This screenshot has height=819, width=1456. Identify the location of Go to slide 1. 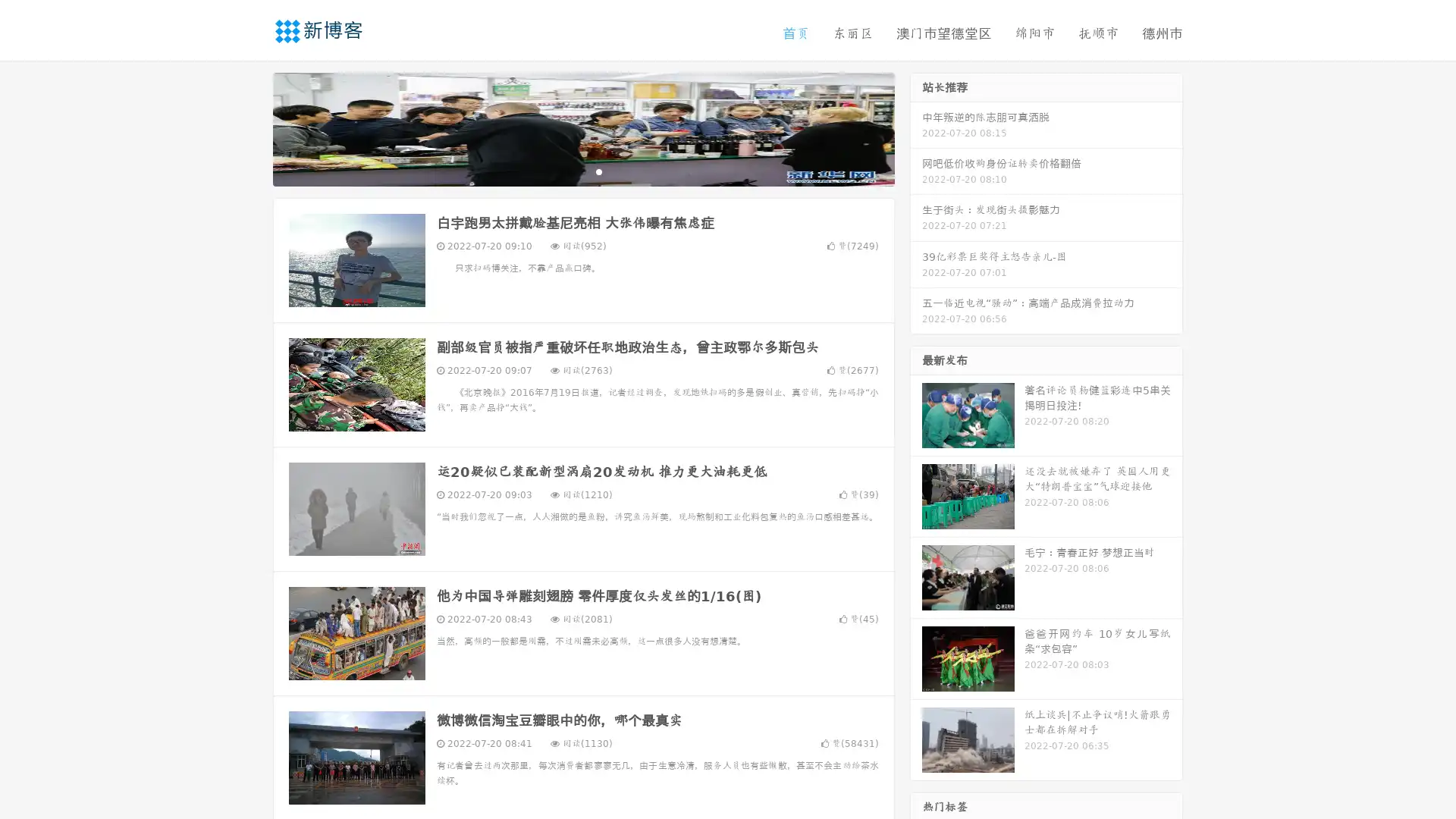
(567, 171).